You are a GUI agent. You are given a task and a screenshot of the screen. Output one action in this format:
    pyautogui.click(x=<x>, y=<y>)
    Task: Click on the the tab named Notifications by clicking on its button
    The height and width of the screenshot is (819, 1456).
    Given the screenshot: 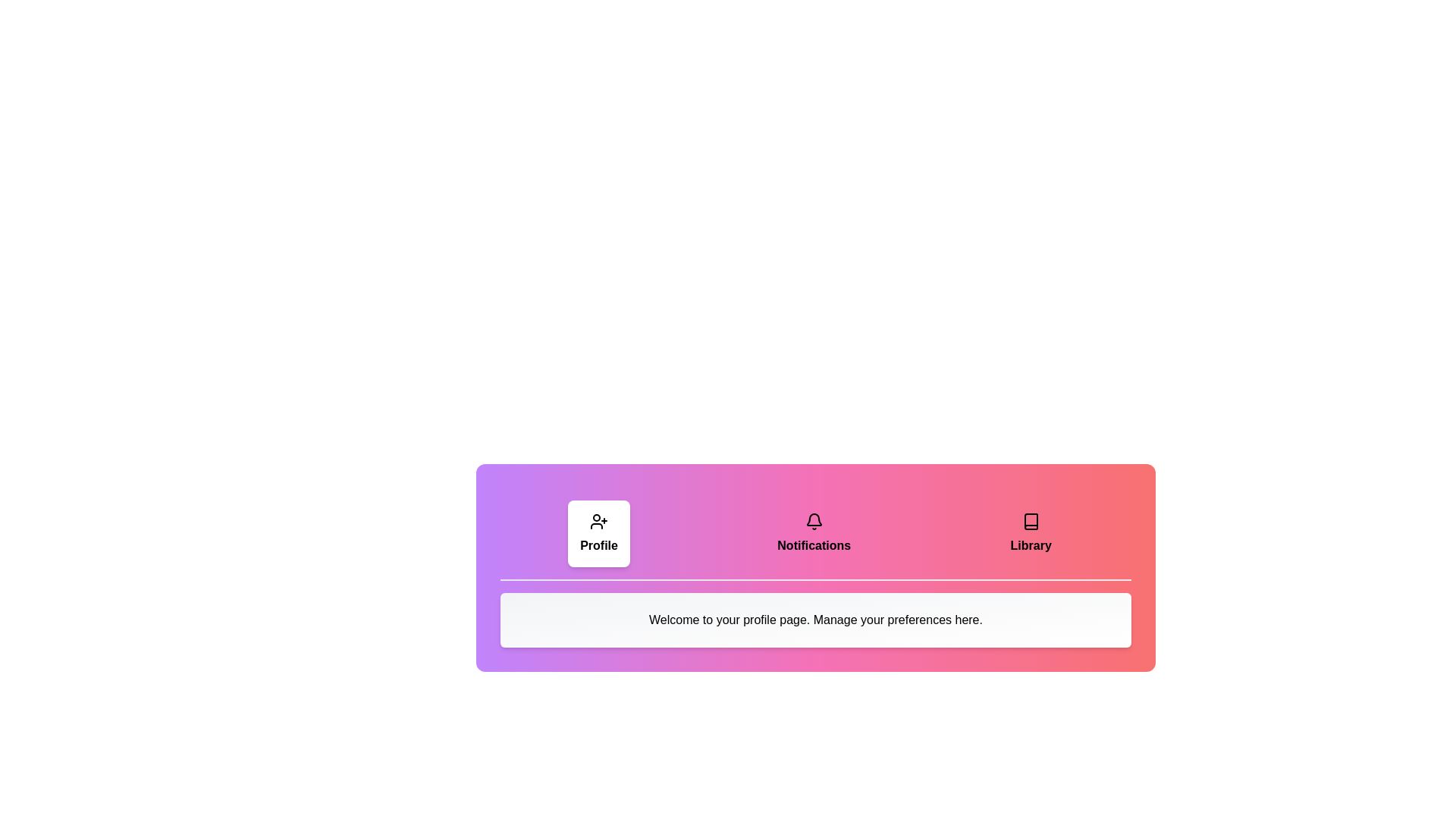 What is the action you would take?
    pyautogui.click(x=813, y=533)
    